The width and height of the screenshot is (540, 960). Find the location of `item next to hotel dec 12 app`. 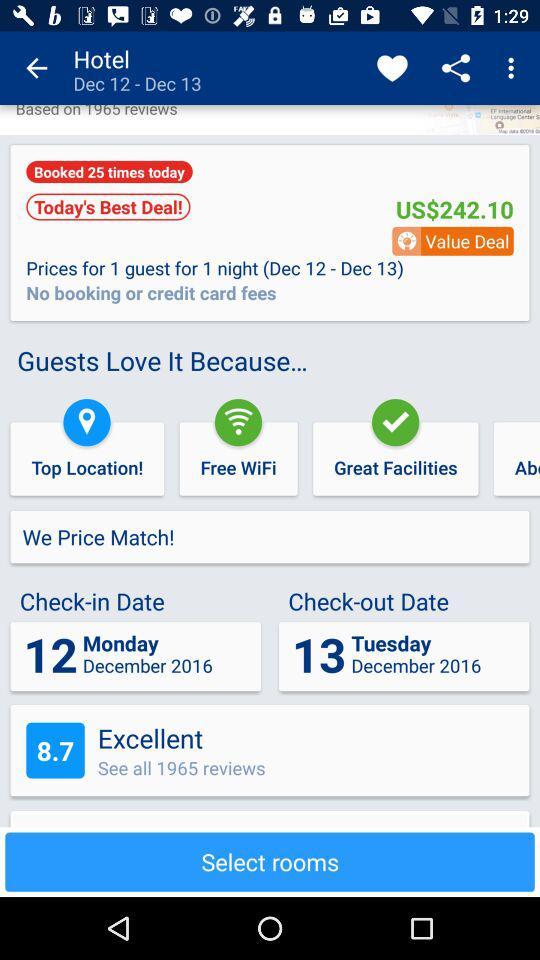

item next to hotel dec 12 app is located at coordinates (393, 68).